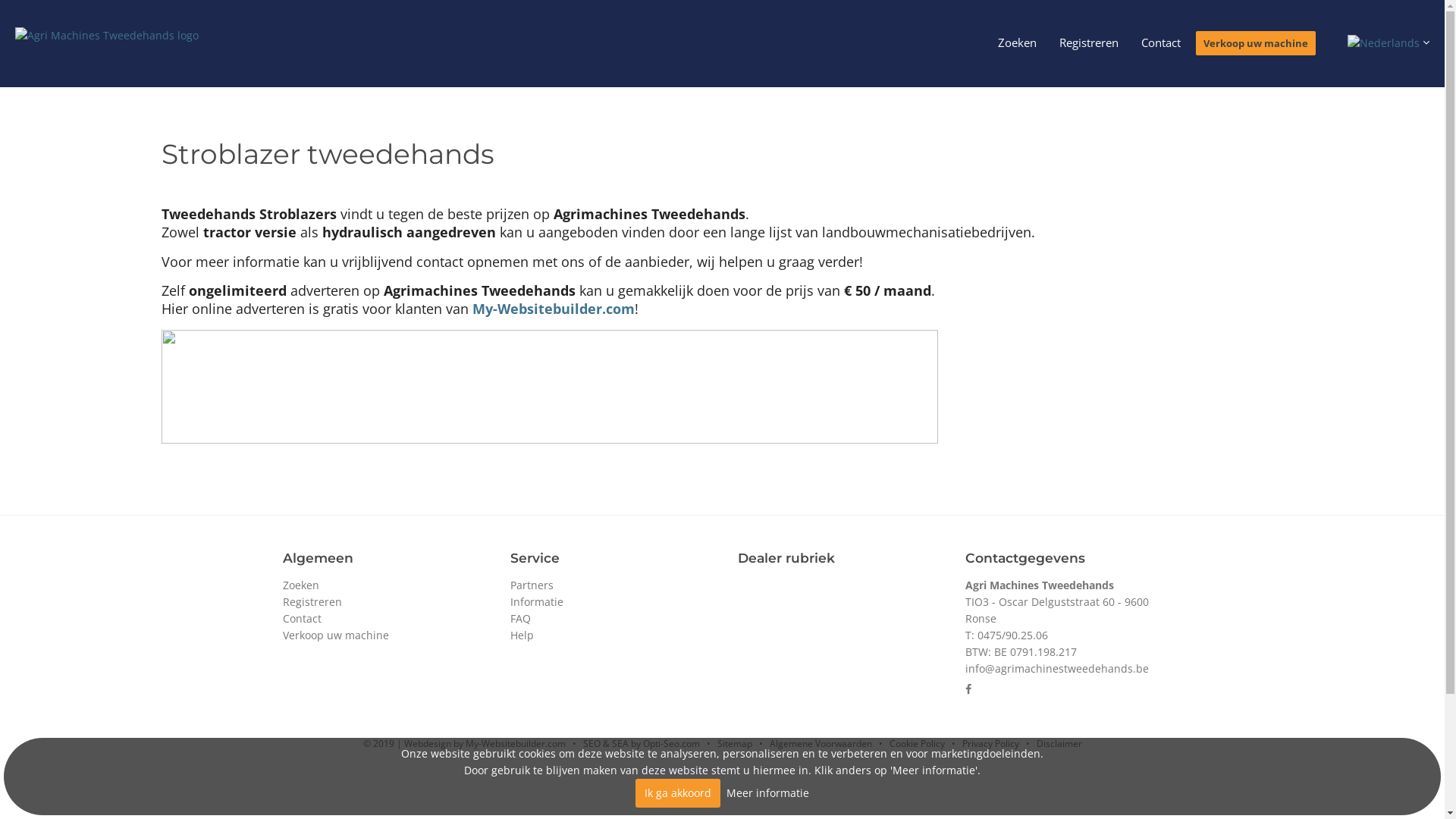 This screenshot has height=819, width=1456. What do you see at coordinates (519, 618) in the screenshot?
I see `'FAQ'` at bounding box center [519, 618].